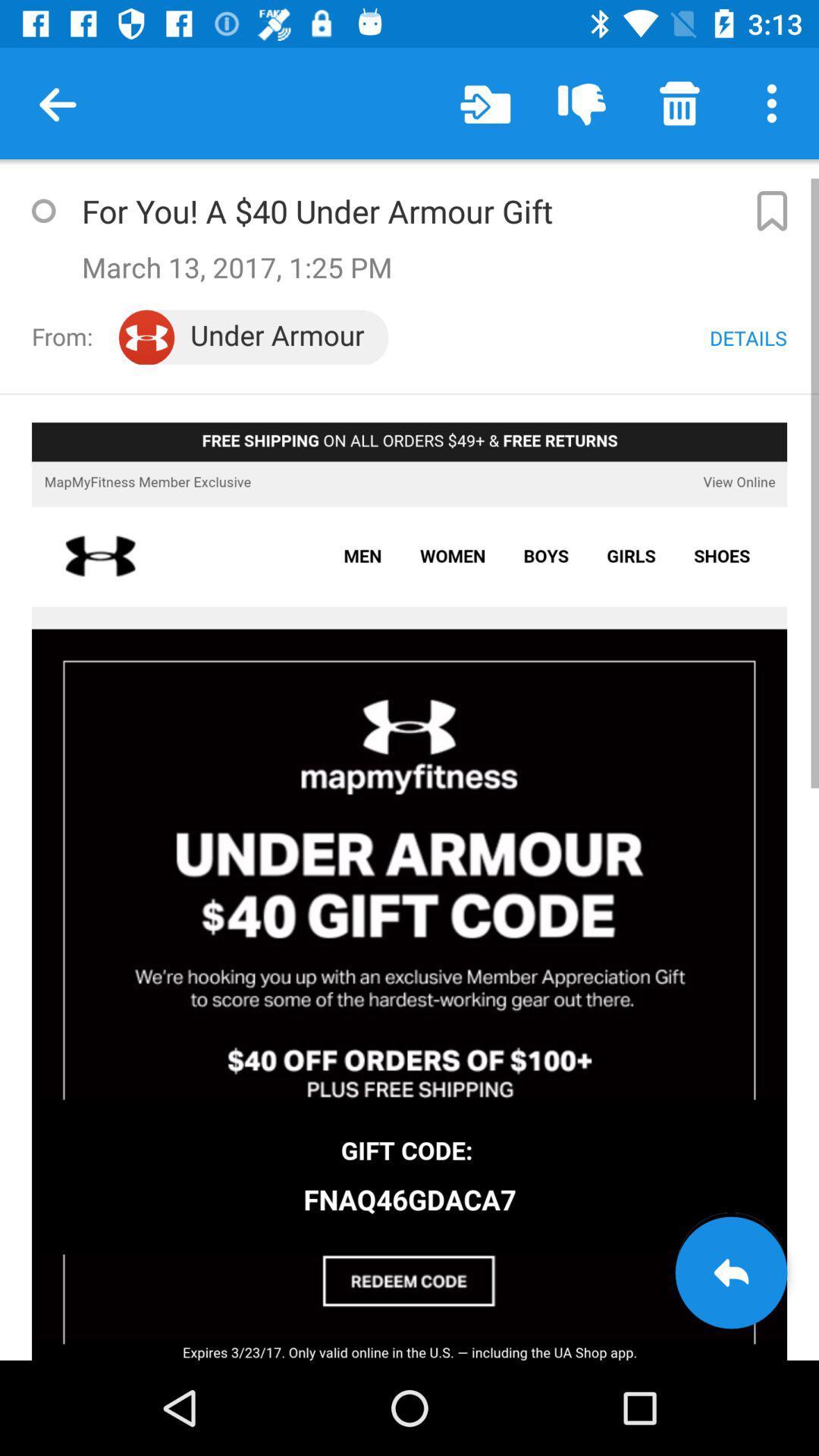  Describe the element at coordinates (730, 1272) in the screenshot. I see `go back` at that location.